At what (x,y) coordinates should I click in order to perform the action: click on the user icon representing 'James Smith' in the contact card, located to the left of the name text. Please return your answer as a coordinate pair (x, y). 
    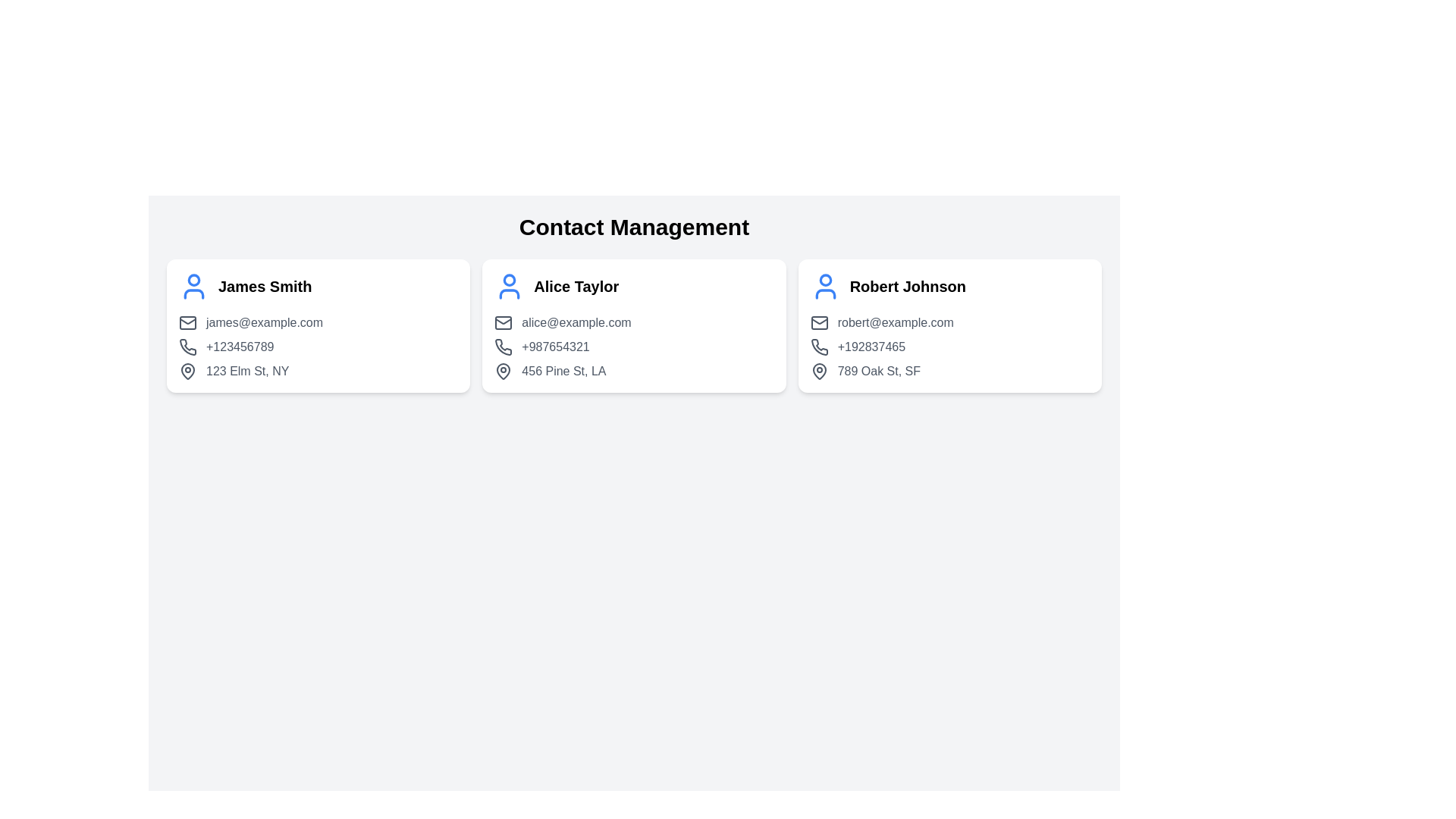
    Looking at the image, I should click on (193, 287).